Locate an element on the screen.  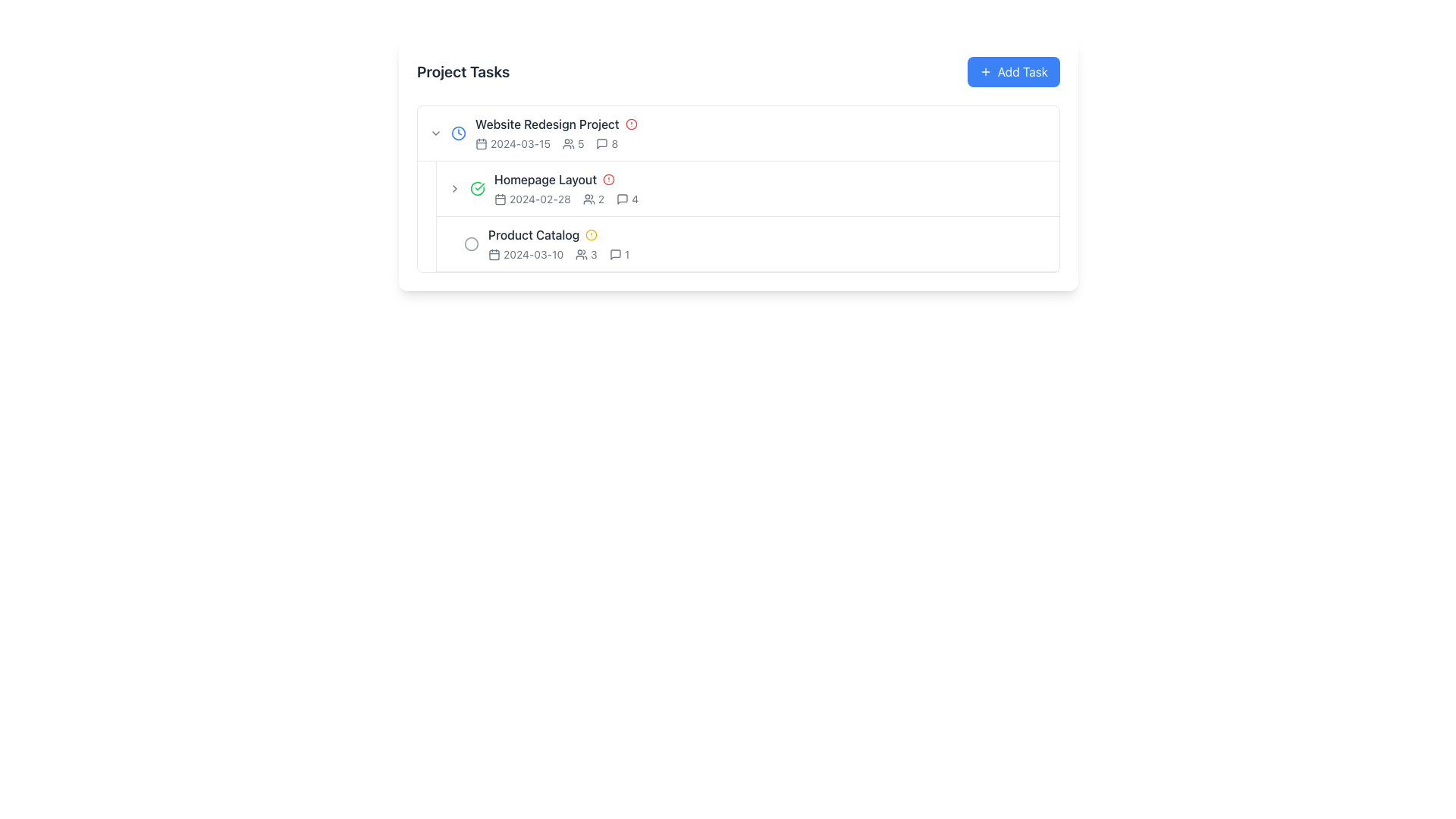
the date display text '2024-02-28' to read it is located at coordinates (532, 198).